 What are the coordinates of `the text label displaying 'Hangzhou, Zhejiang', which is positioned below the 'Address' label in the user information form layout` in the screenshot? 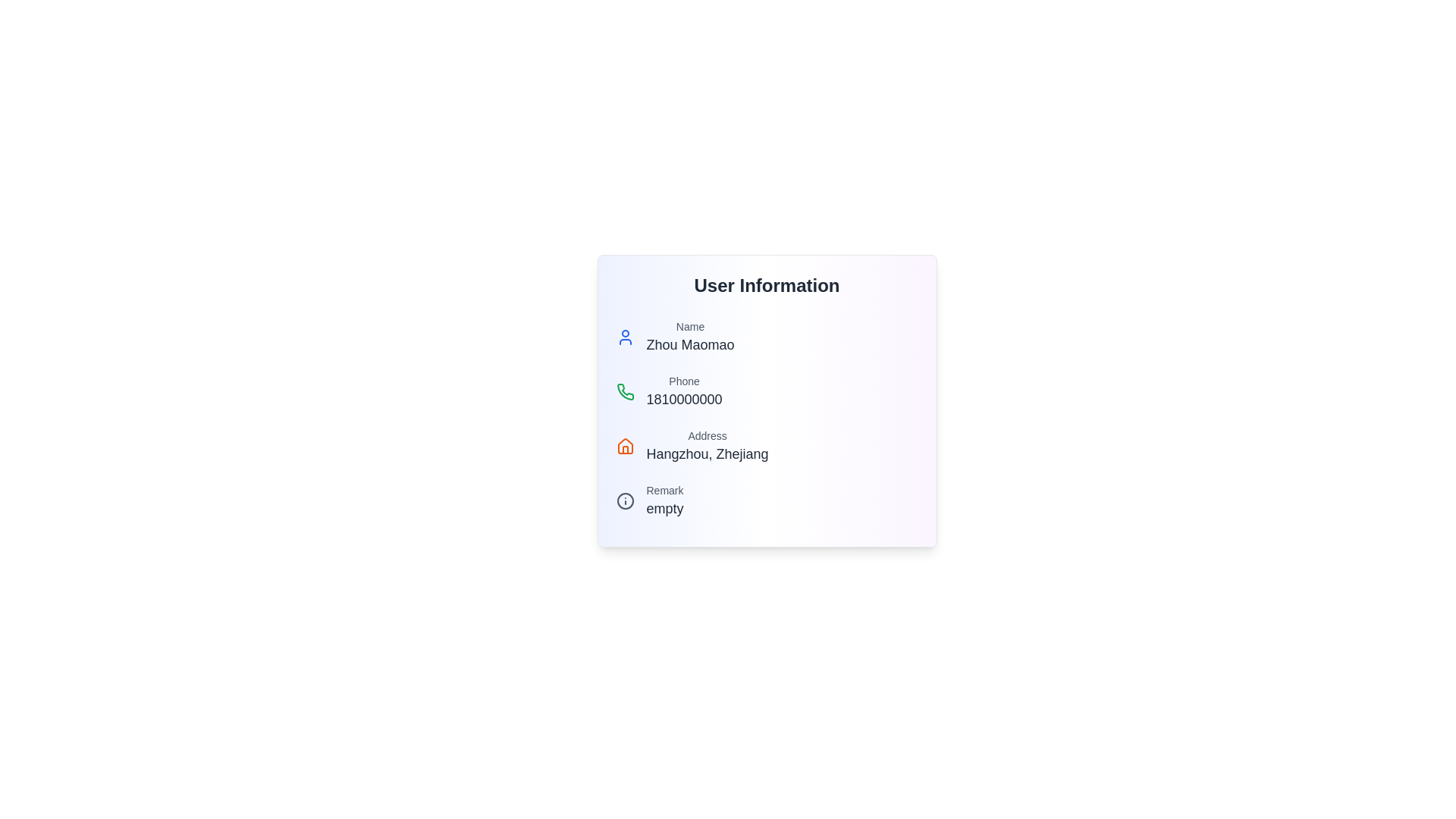 It's located at (707, 453).